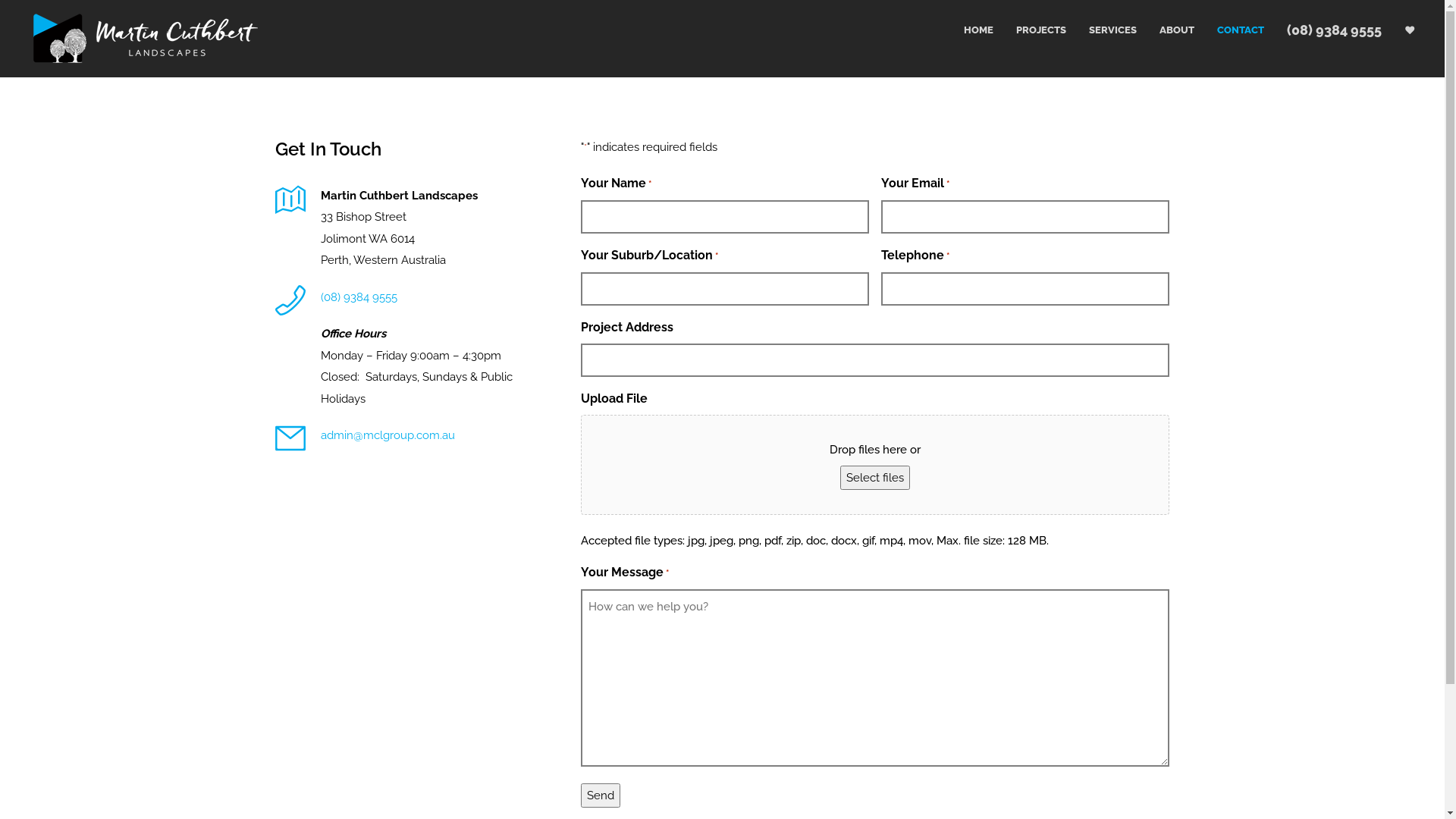 The image size is (1456, 819). I want to click on 'Send', so click(580, 794).